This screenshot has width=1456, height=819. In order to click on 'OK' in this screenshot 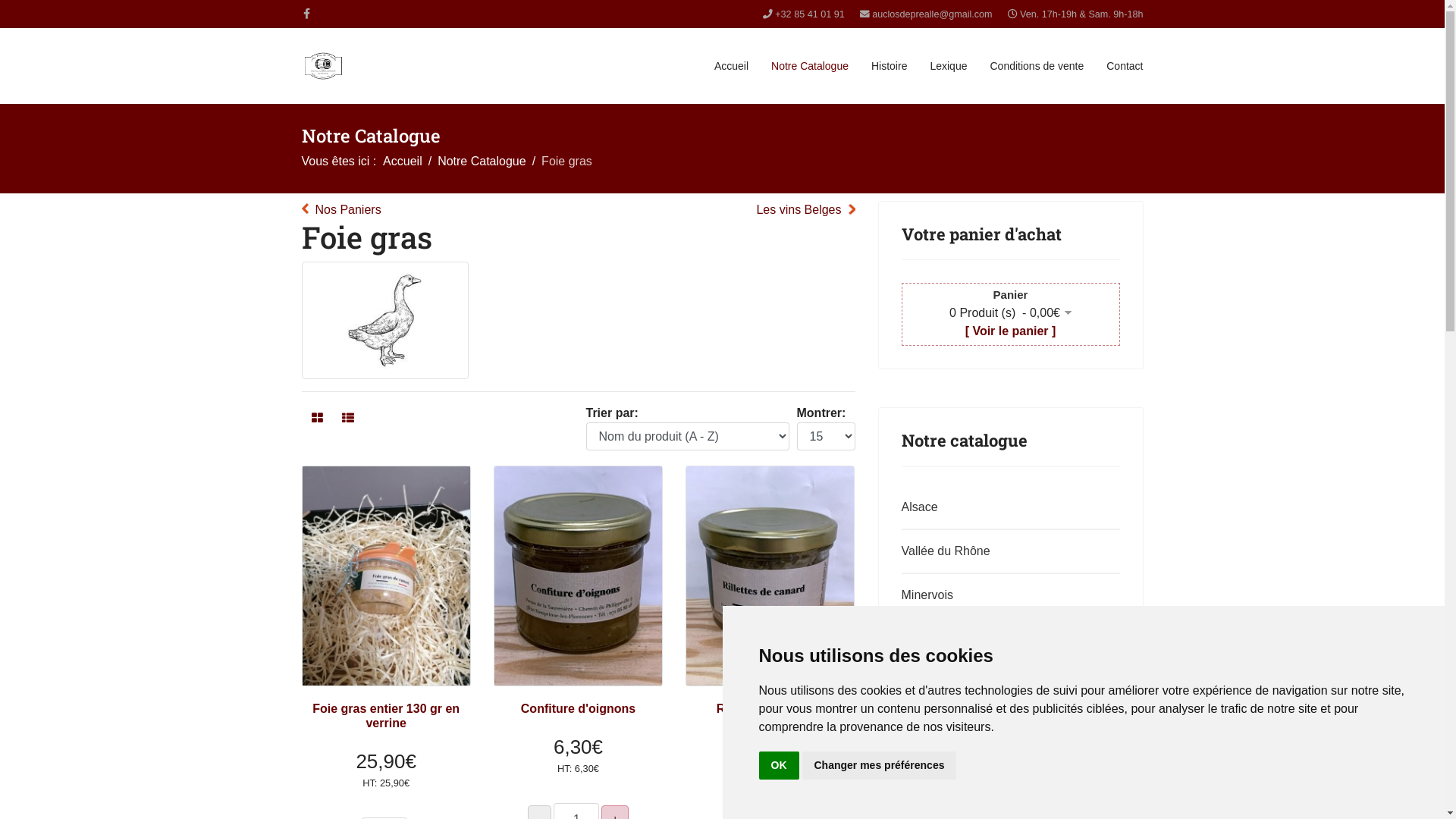, I will do `click(778, 765)`.